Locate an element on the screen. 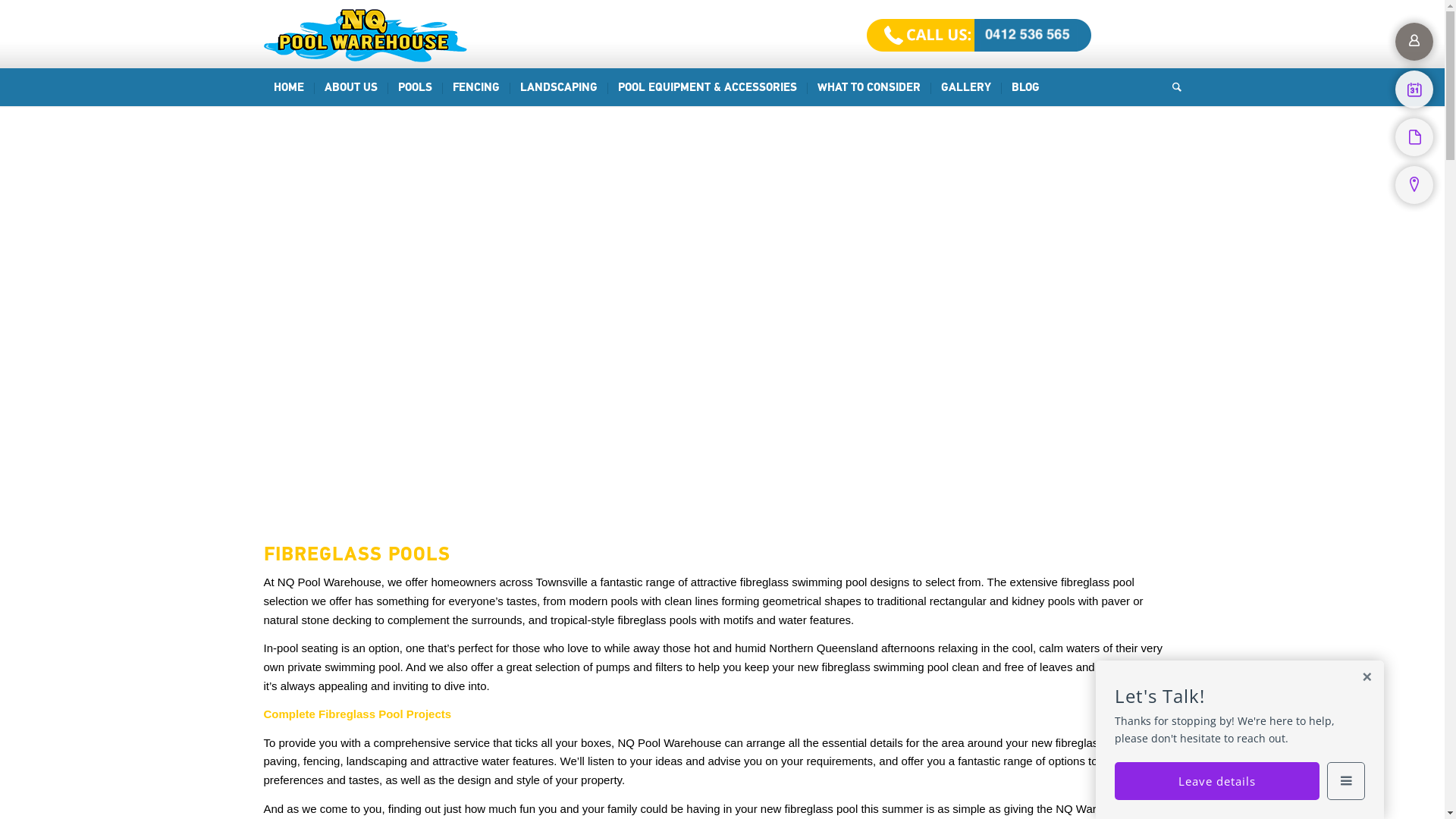  'WHAT TO CONSIDER' is located at coordinates (806, 87).